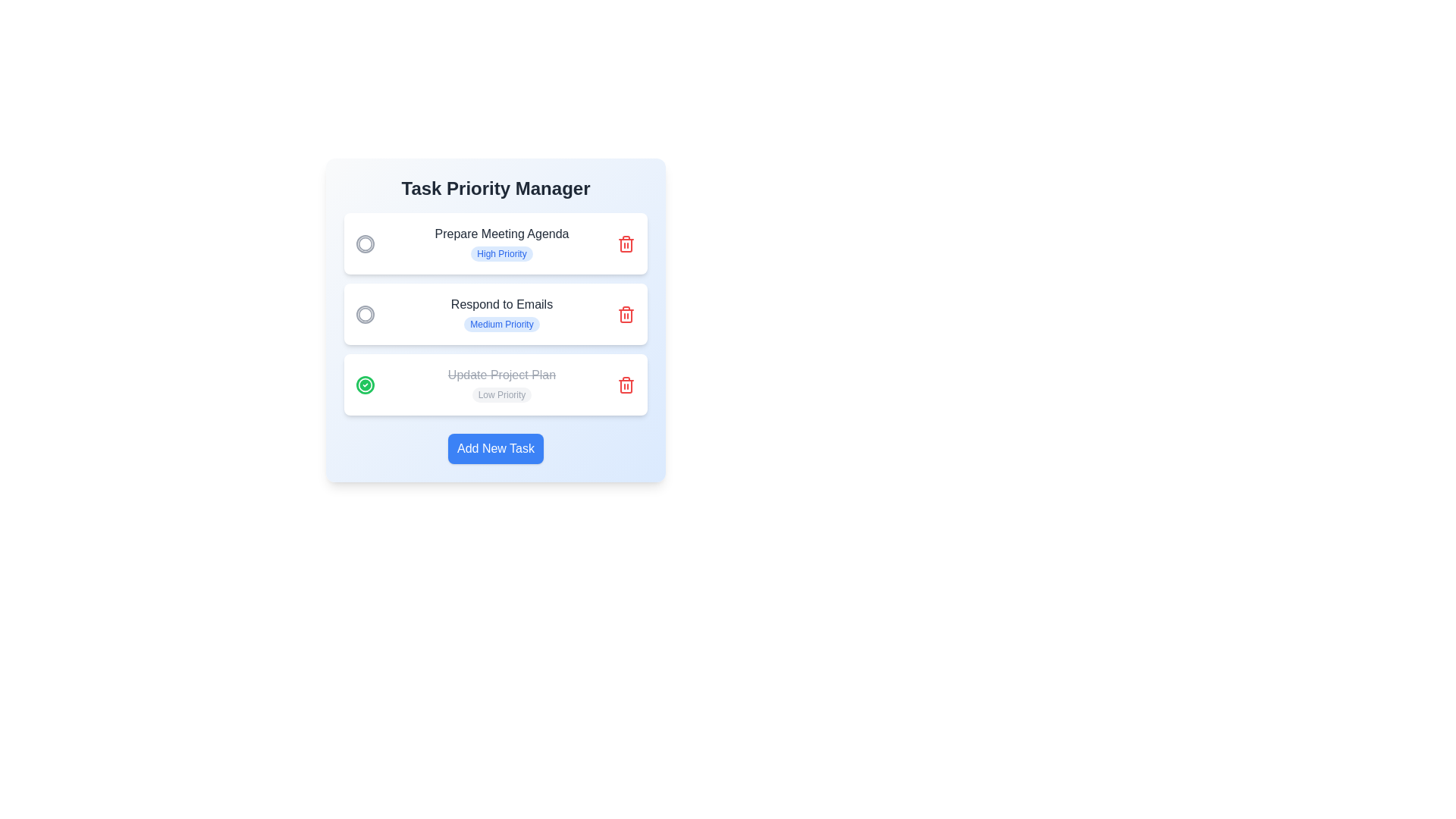  Describe the element at coordinates (502, 394) in the screenshot. I see `the 'Low Priority' label, which is a small, rounded rectangle with a light gray background located under the strikethrough text 'Update Project Plan' in the third task of a three-task list interface` at that location.